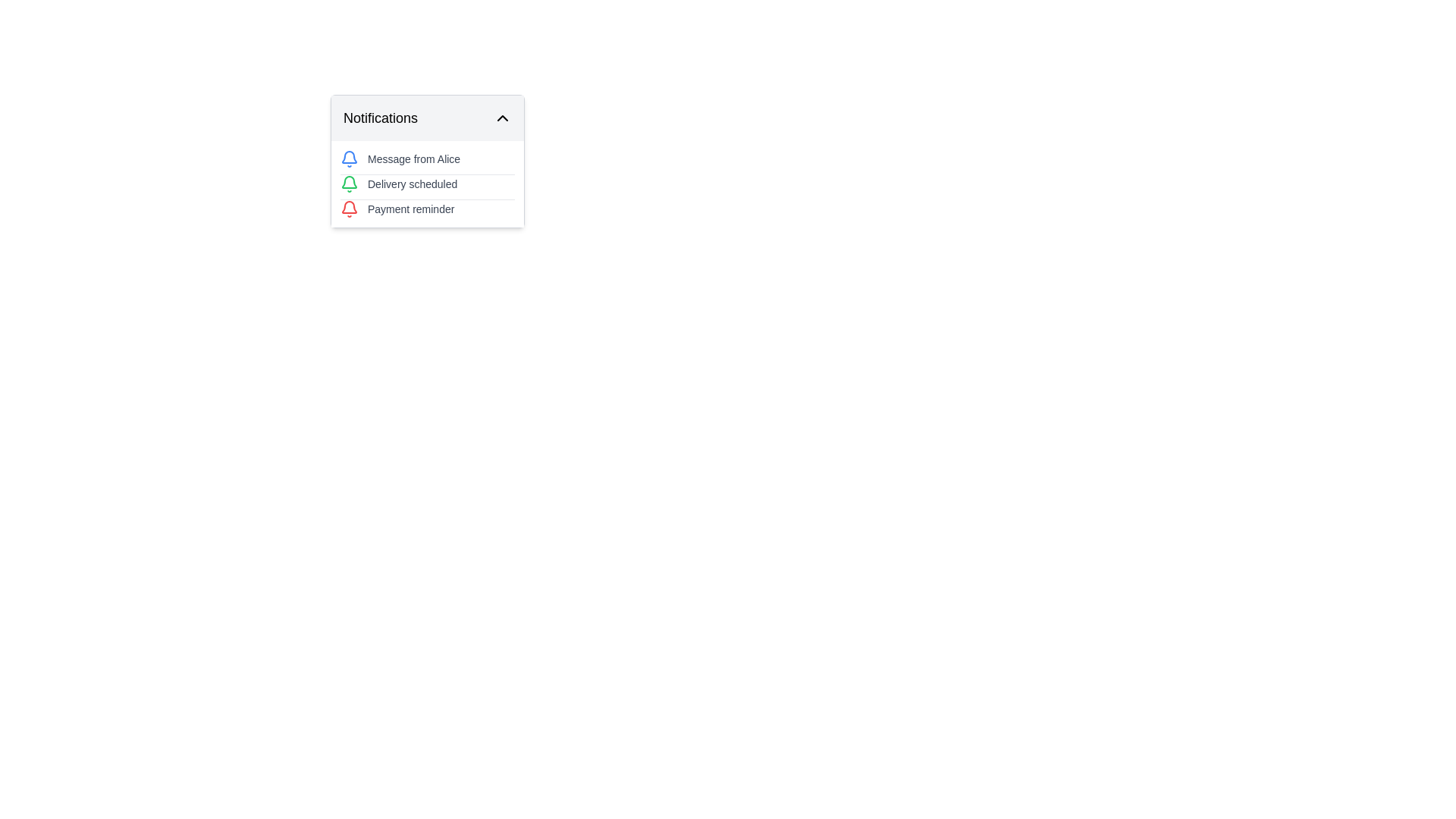  What do you see at coordinates (348, 157) in the screenshot?
I see `the blue and white bell-shaped icon located in the notification dropdown at the top-right corner of the interface` at bounding box center [348, 157].